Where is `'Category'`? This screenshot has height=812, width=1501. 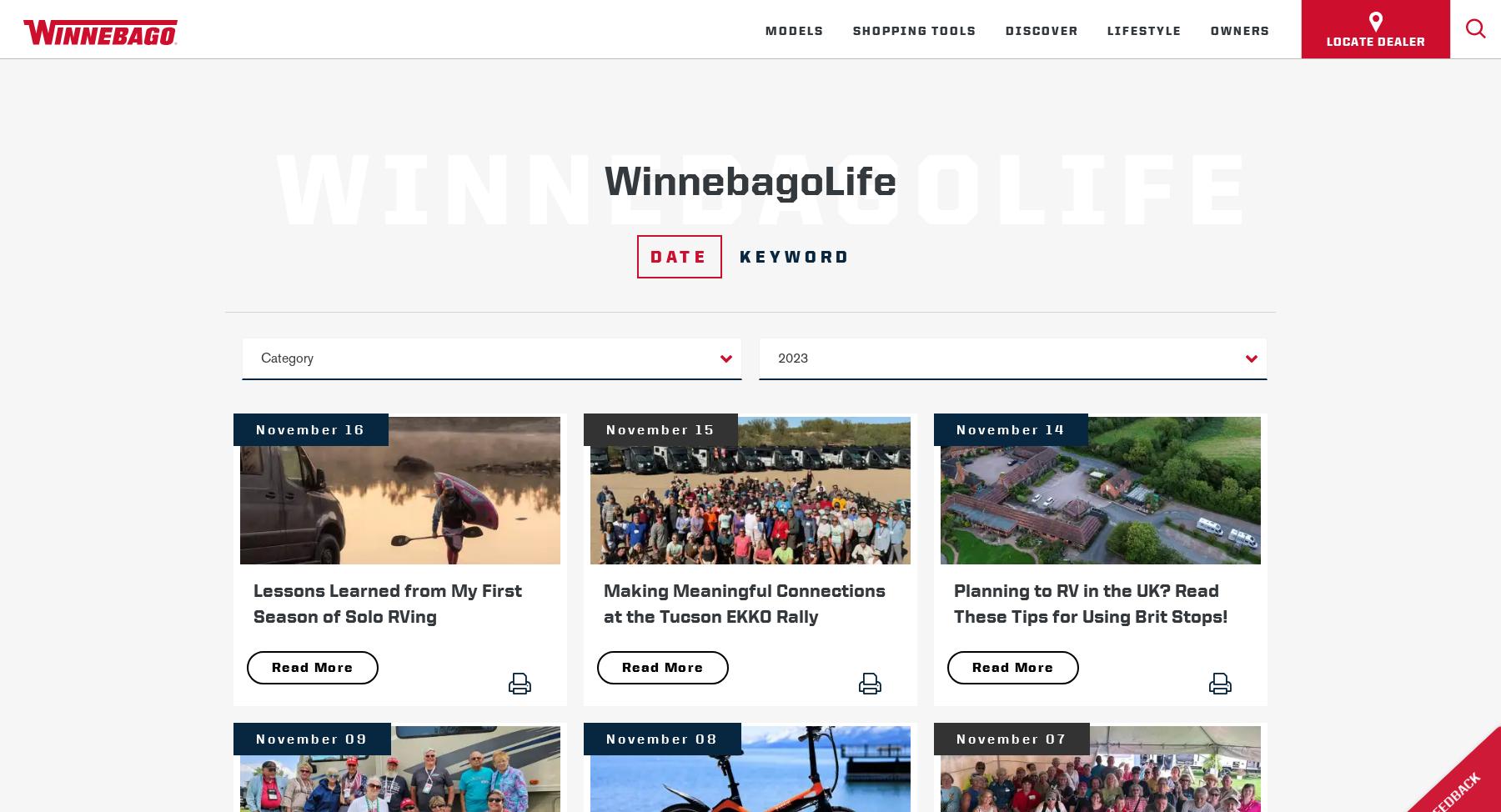 'Category' is located at coordinates (287, 357).